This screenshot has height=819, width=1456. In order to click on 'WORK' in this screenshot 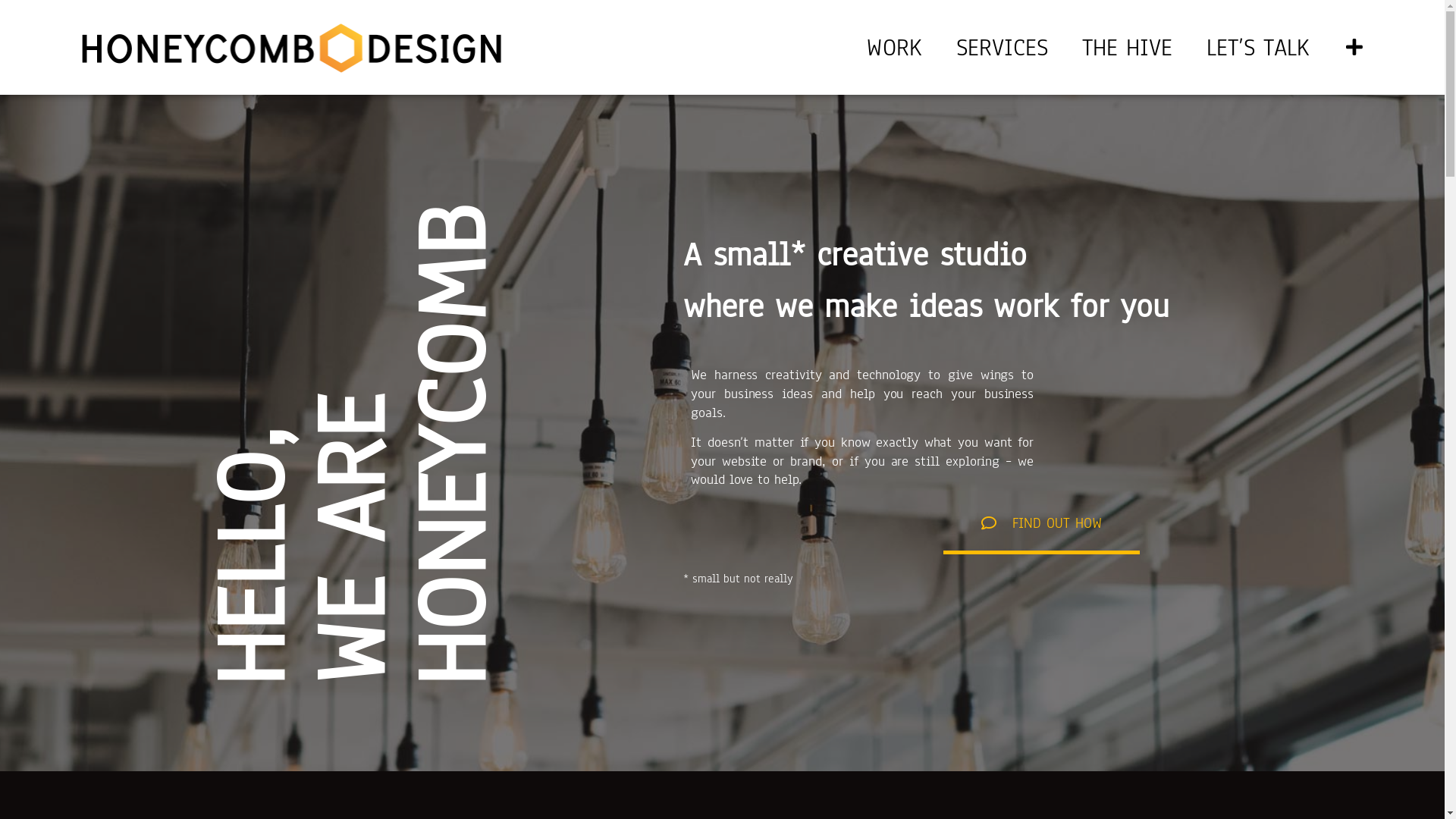, I will do `click(894, 46)`.